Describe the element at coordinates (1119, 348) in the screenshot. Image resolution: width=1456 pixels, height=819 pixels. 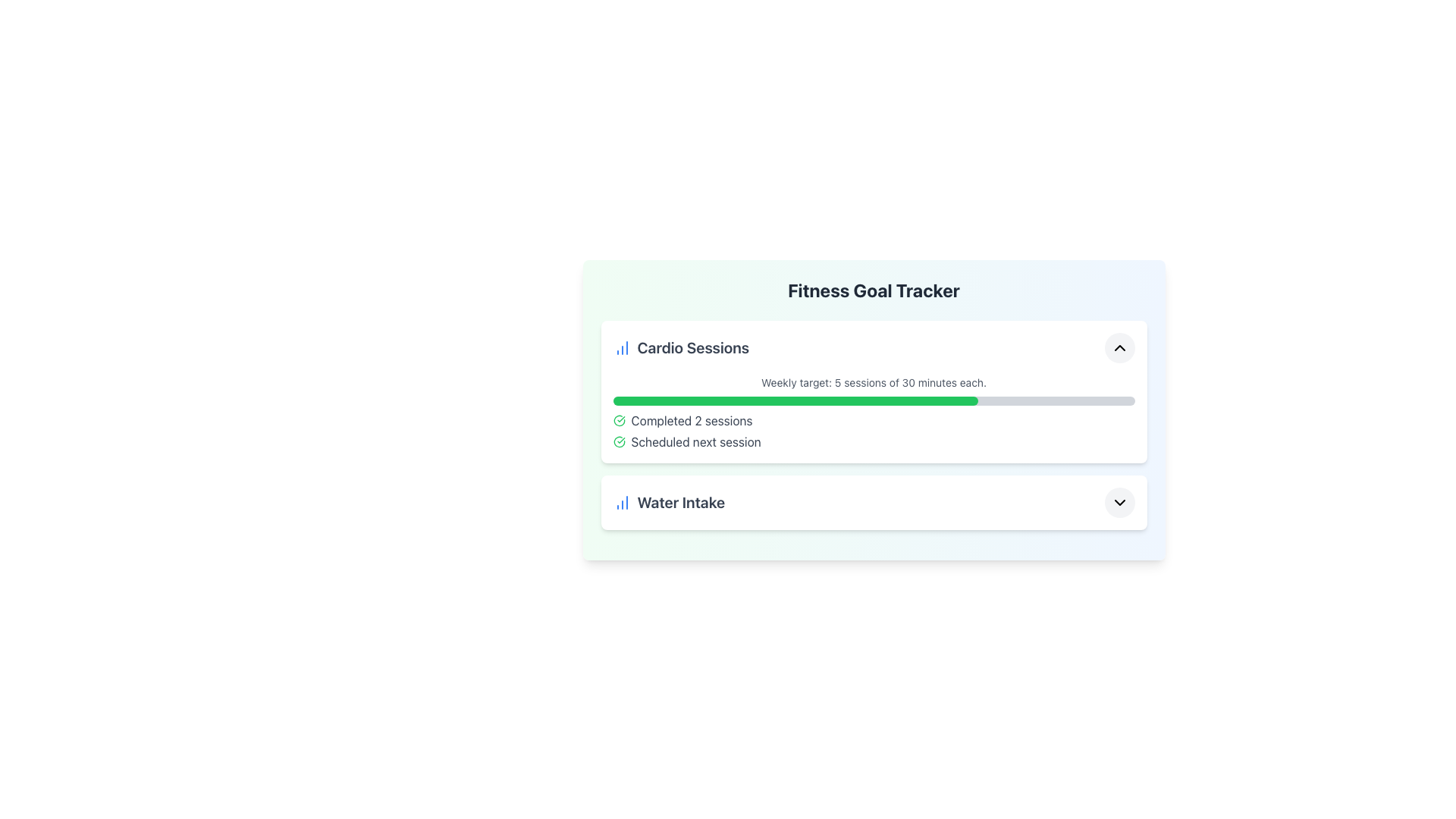
I see `the circular button with a light gray background and chevron-up icon located at the upper-right corner of the 'Cardio Sessions' header to observe the hover state` at that location.